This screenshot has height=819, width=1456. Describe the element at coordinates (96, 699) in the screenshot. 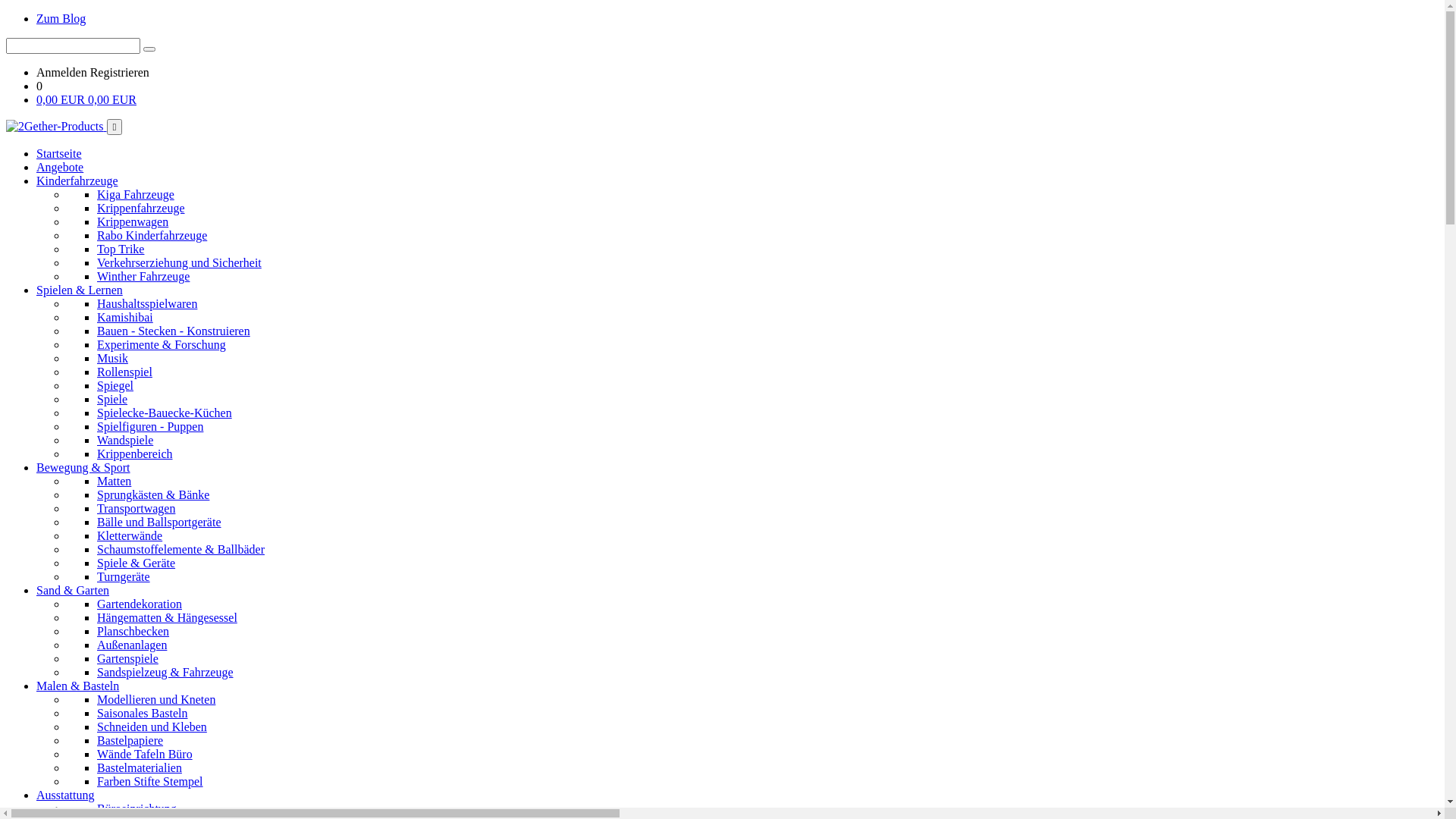

I see `'Modellieren und Kneten'` at that location.